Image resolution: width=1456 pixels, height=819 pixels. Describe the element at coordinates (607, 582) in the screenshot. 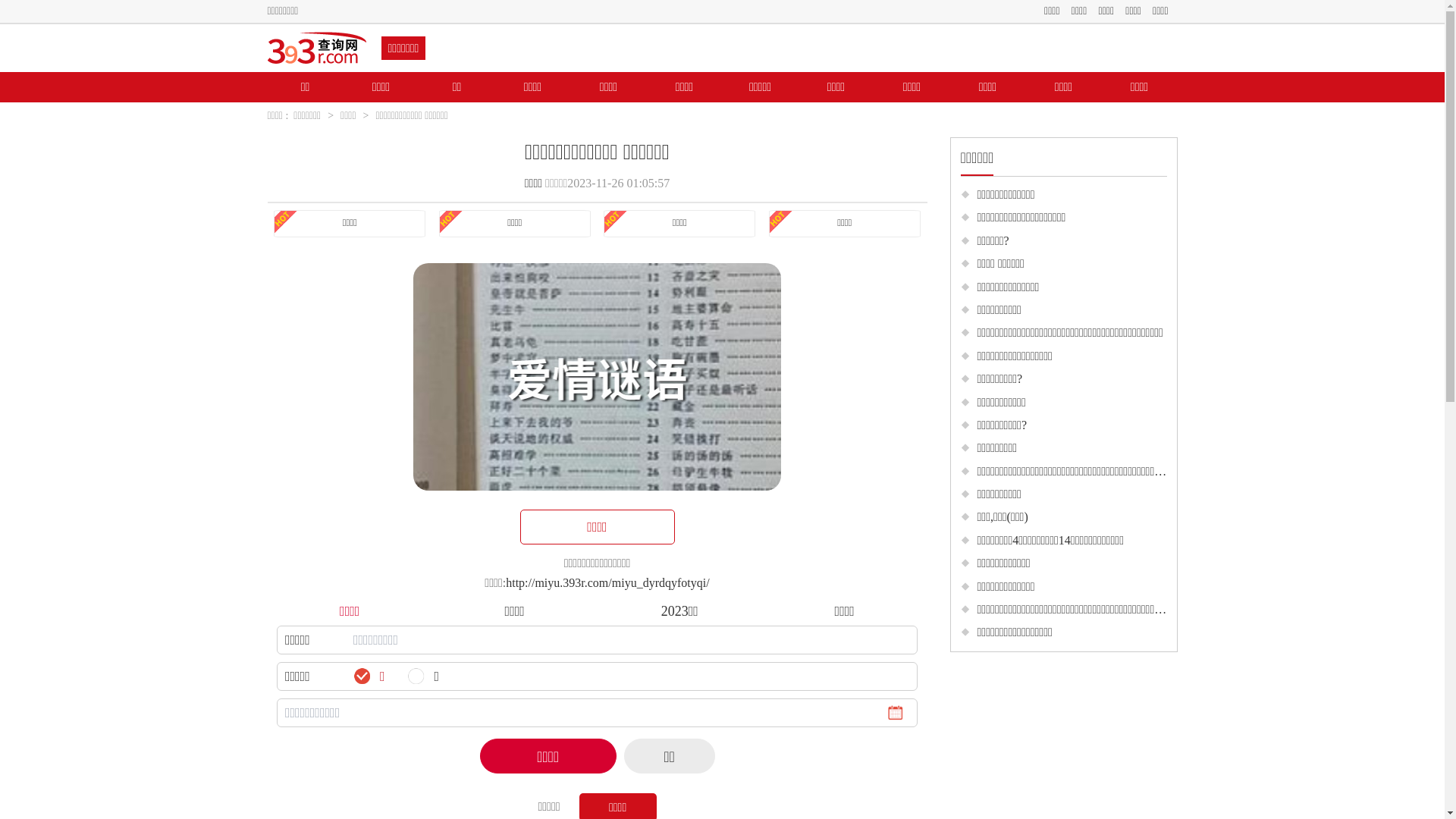

I see `'http://miyu.393r.com/miyu_dyrdqyfotyqi/'` at that location.